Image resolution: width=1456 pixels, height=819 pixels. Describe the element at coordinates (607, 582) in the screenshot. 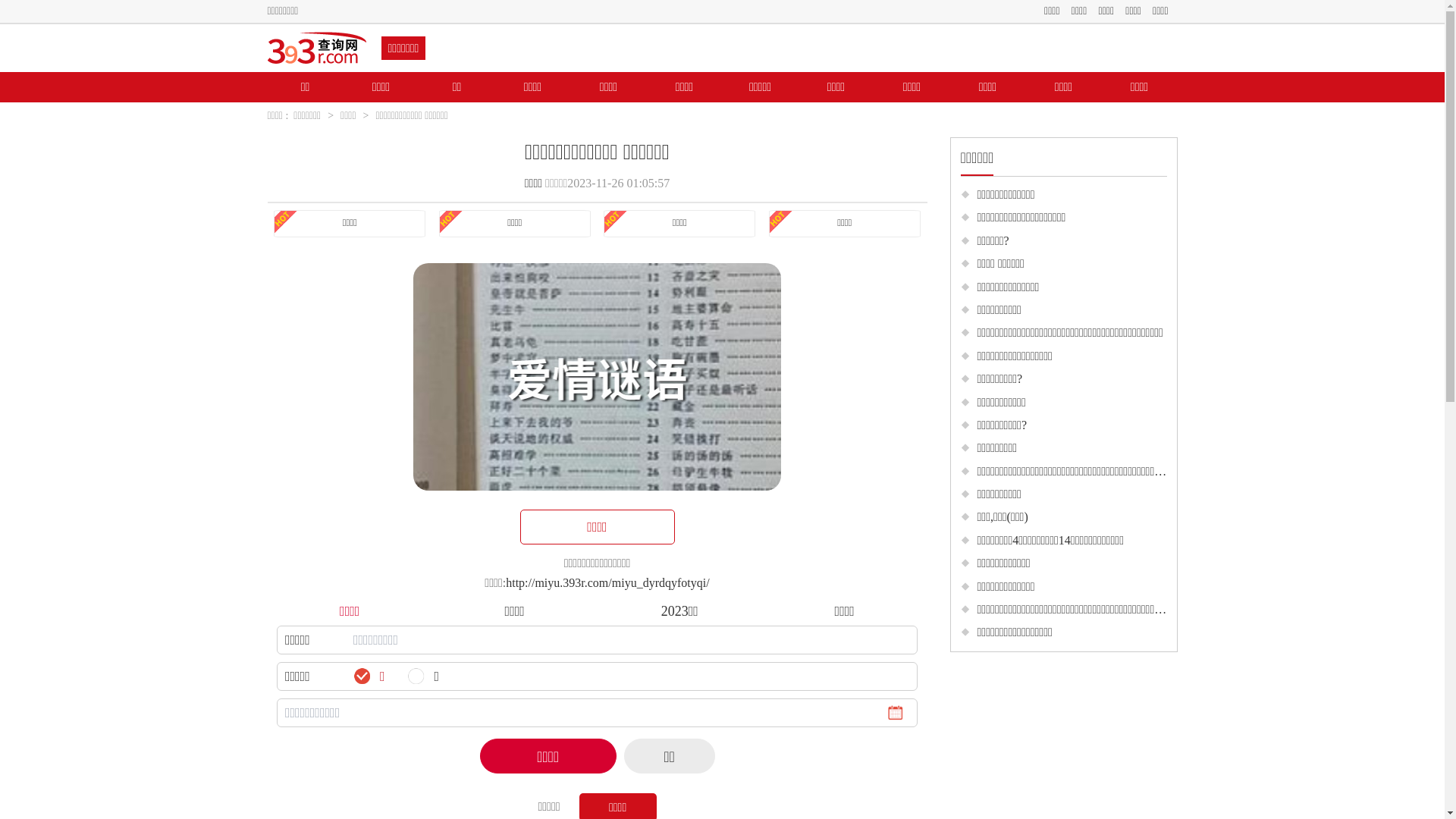

I see `'http://miyu.393r.com/miyu_dyrdqyfotyqi/'` at that location.